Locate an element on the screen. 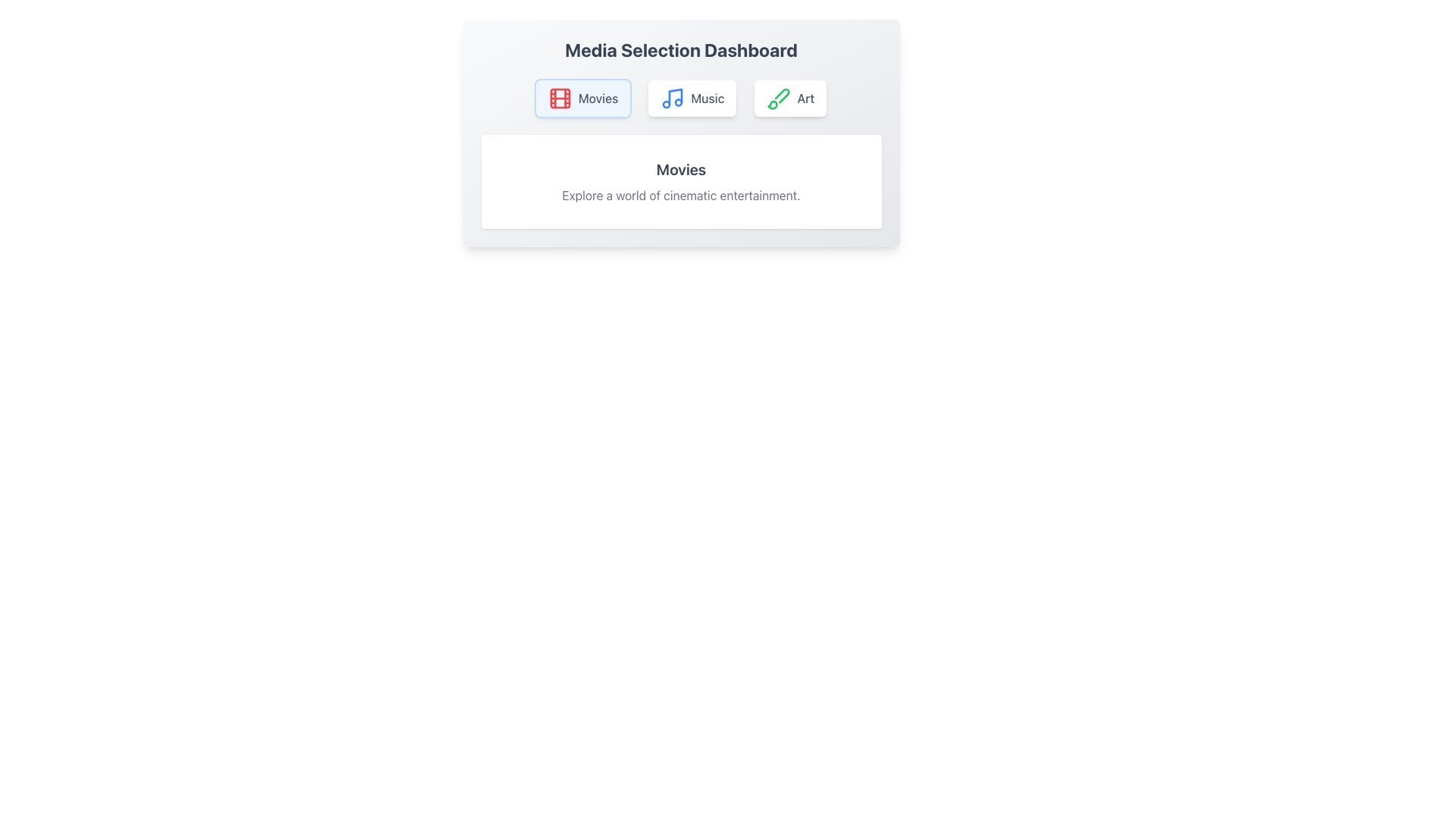 This screenshot has width=1456, height=819. the red film reel icon located on the left side of the 'Movies' button is located at coordinates (559, 99).